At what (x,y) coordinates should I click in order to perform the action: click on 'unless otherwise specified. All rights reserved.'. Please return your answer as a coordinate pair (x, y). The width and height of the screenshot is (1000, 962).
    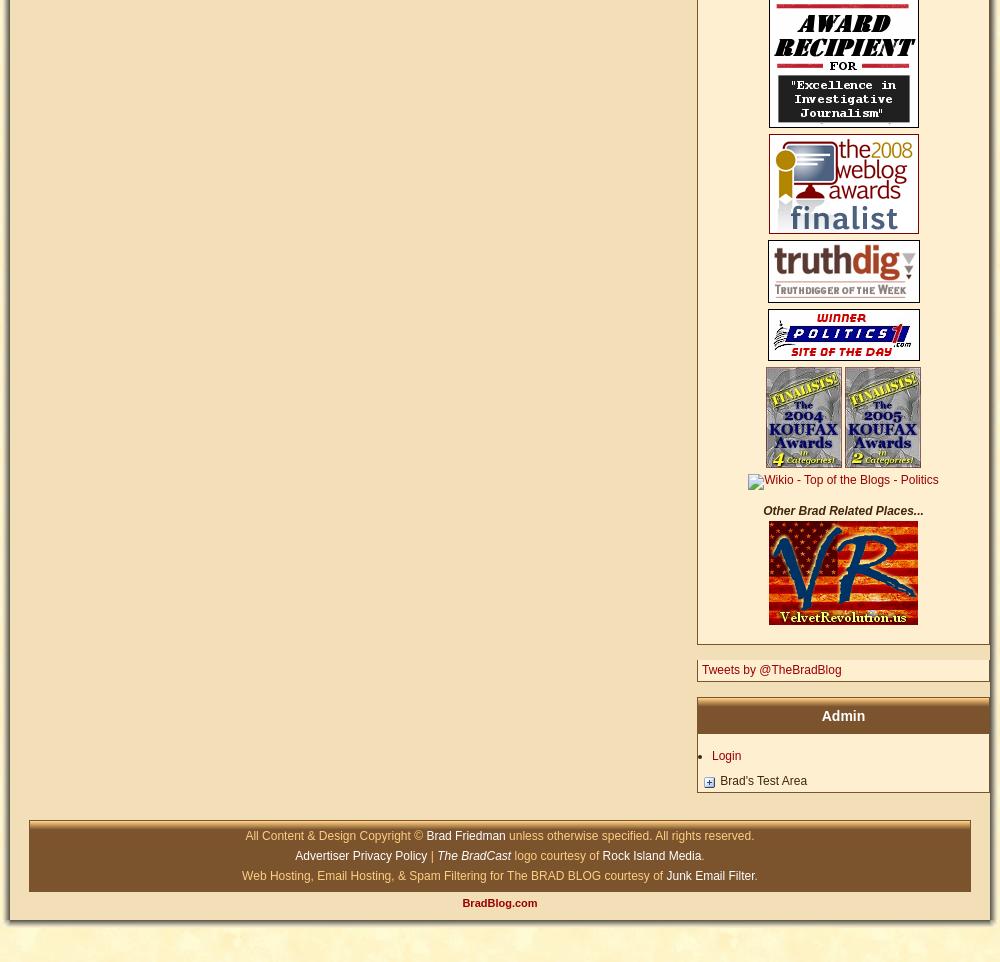
    Looking at the image, I should click on (629, 835).